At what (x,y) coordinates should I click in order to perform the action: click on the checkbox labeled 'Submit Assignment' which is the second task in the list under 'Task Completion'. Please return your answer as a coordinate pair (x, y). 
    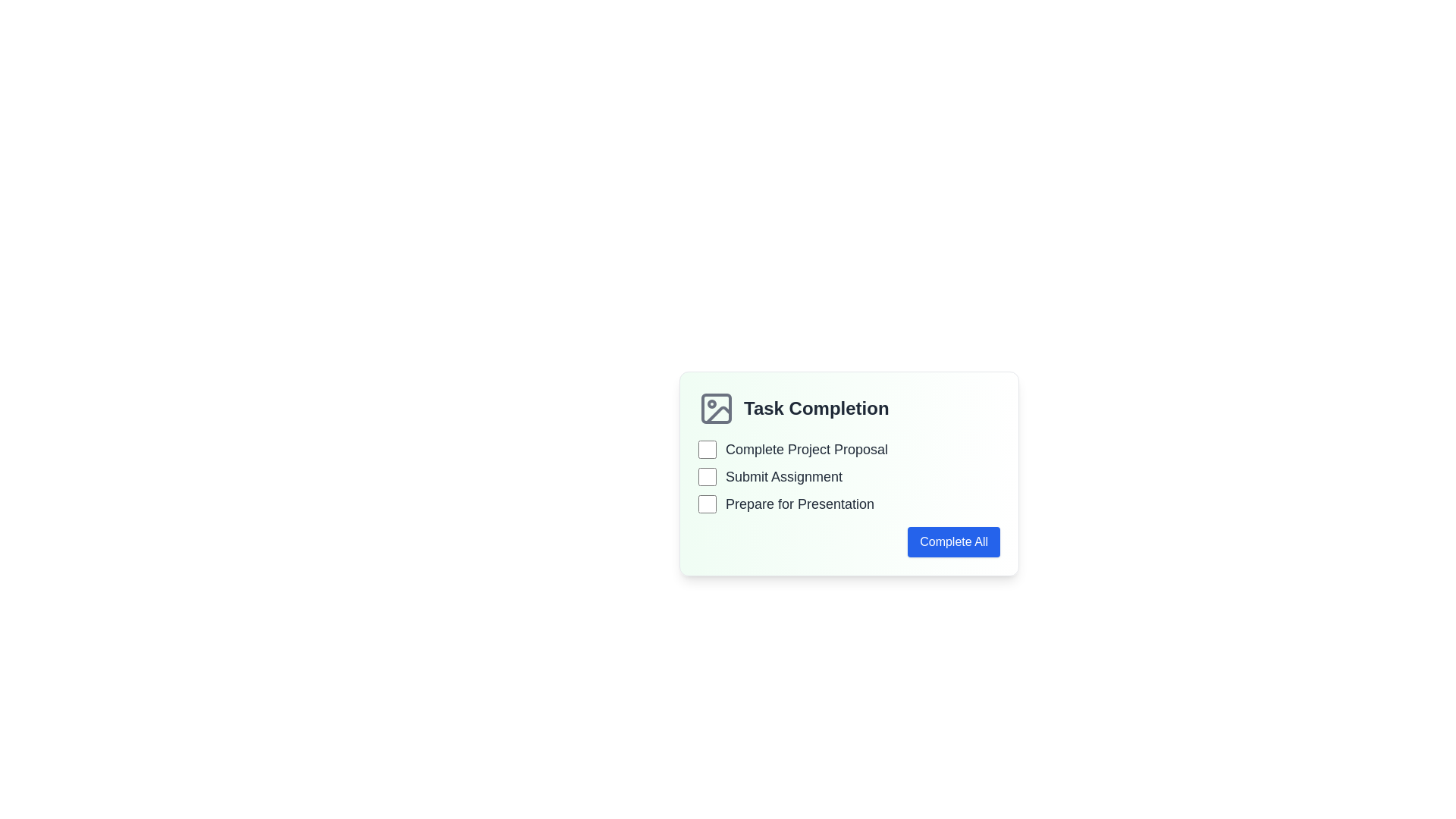
    Looking at the image, I should click on (848, 475).